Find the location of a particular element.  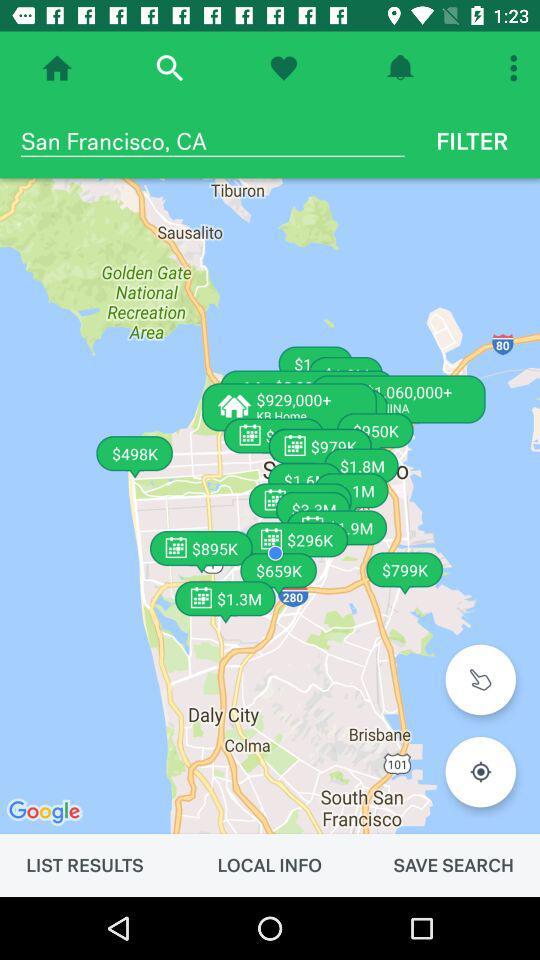

the item to the left of filter icon is located at coordinates (211, 140).